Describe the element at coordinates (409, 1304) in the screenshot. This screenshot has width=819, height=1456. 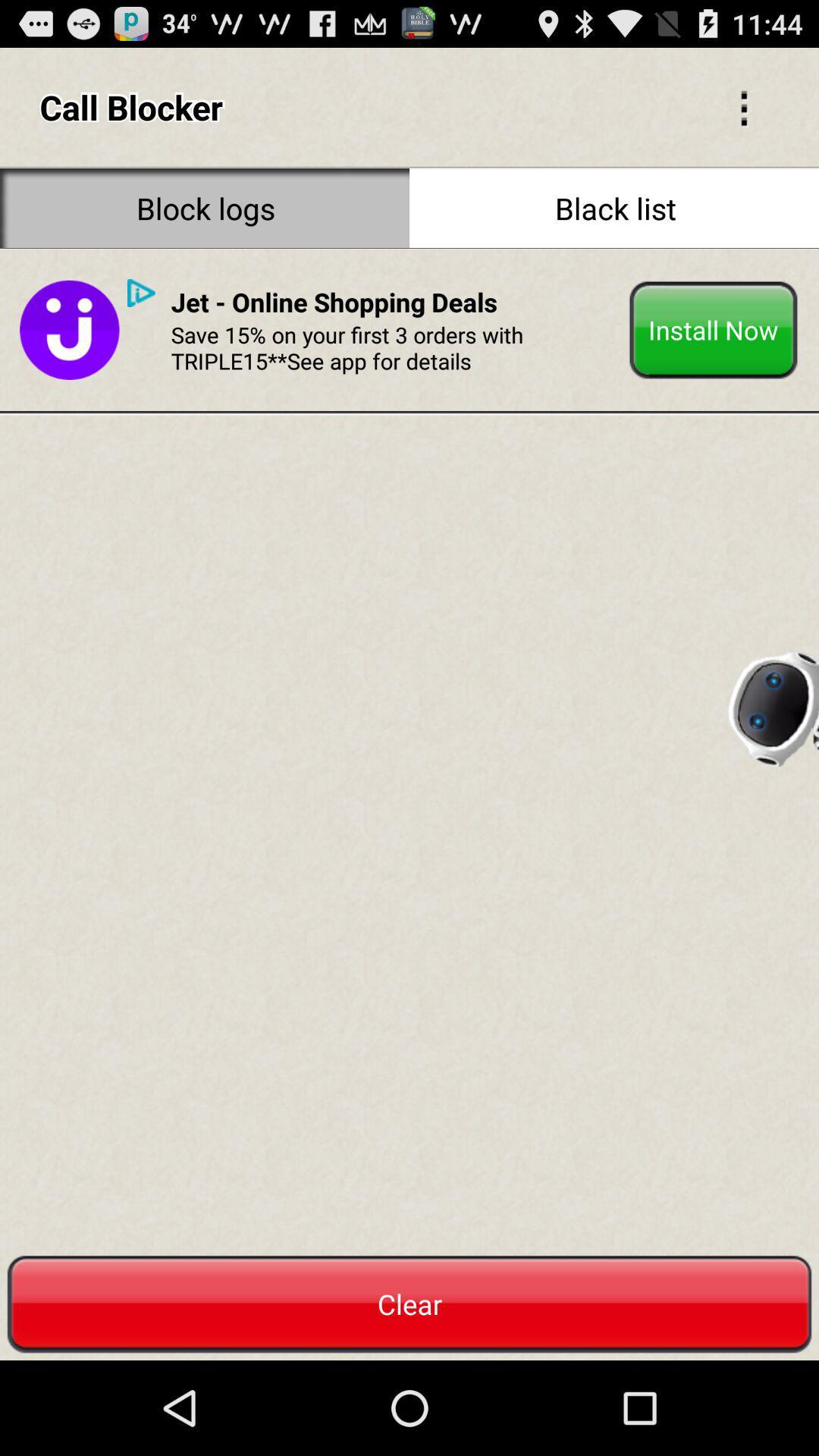
I see `clear which is at bottom of the page` at that location.